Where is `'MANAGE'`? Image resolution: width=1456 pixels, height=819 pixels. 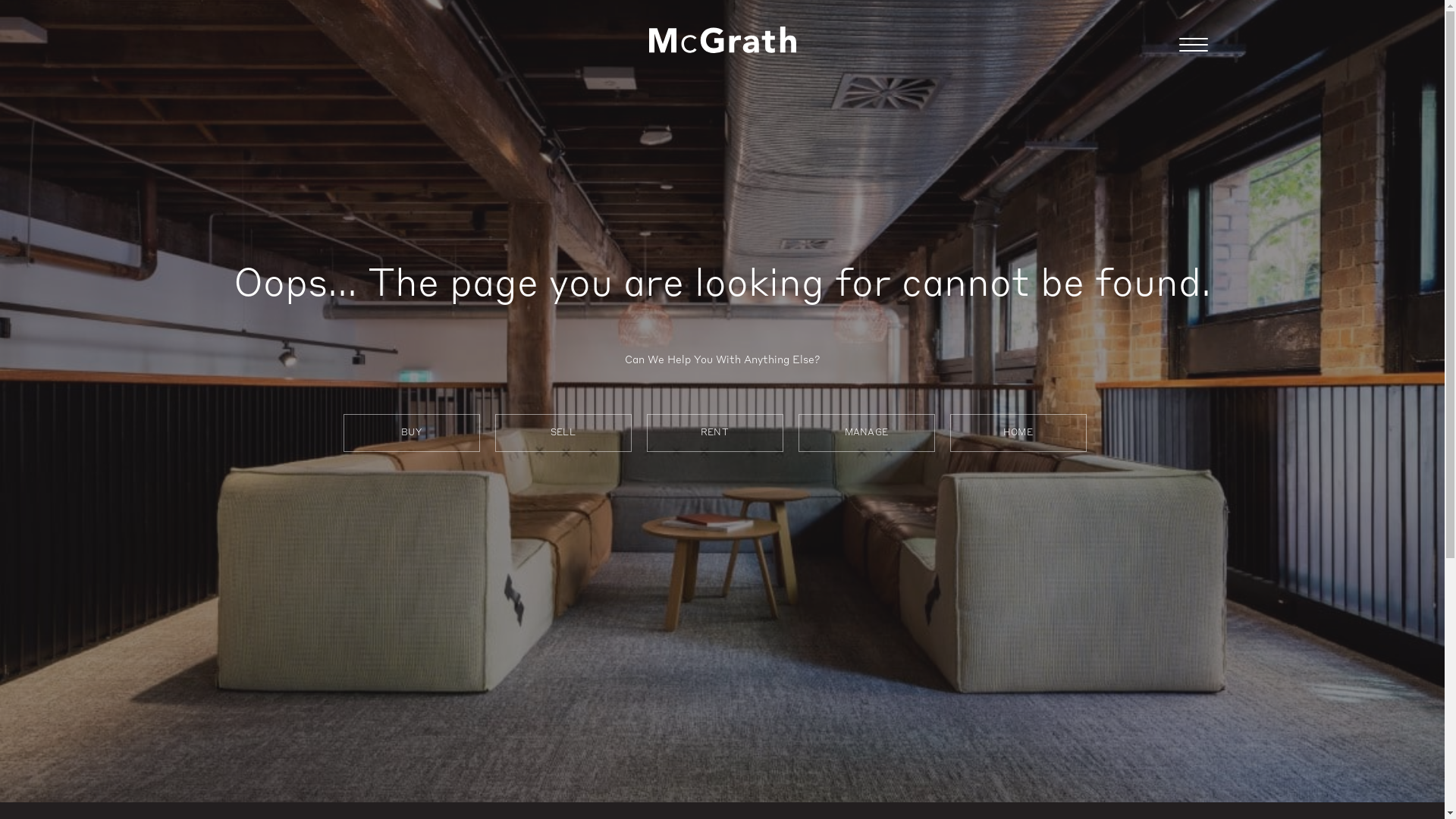
'MANAGE' is located at coordinates (866, 432).